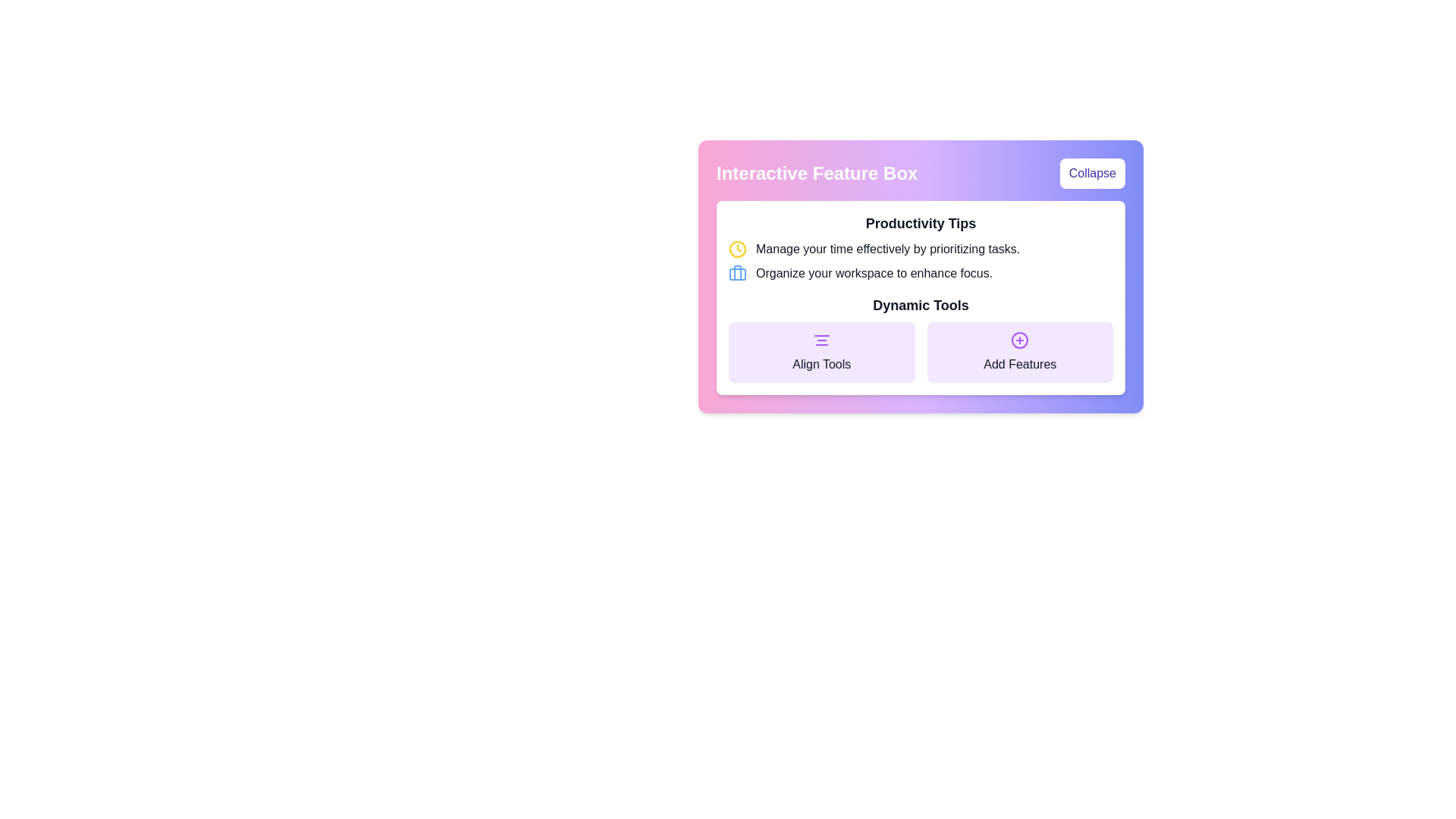 Image resolution: width=1456 pixels, height=819 pixels. I want to click on the yellow clock icon with a circular outline and clock hands, located to the far left of the text 'Manage your time effectively by prioritizing tasks.', so click(738, 248).